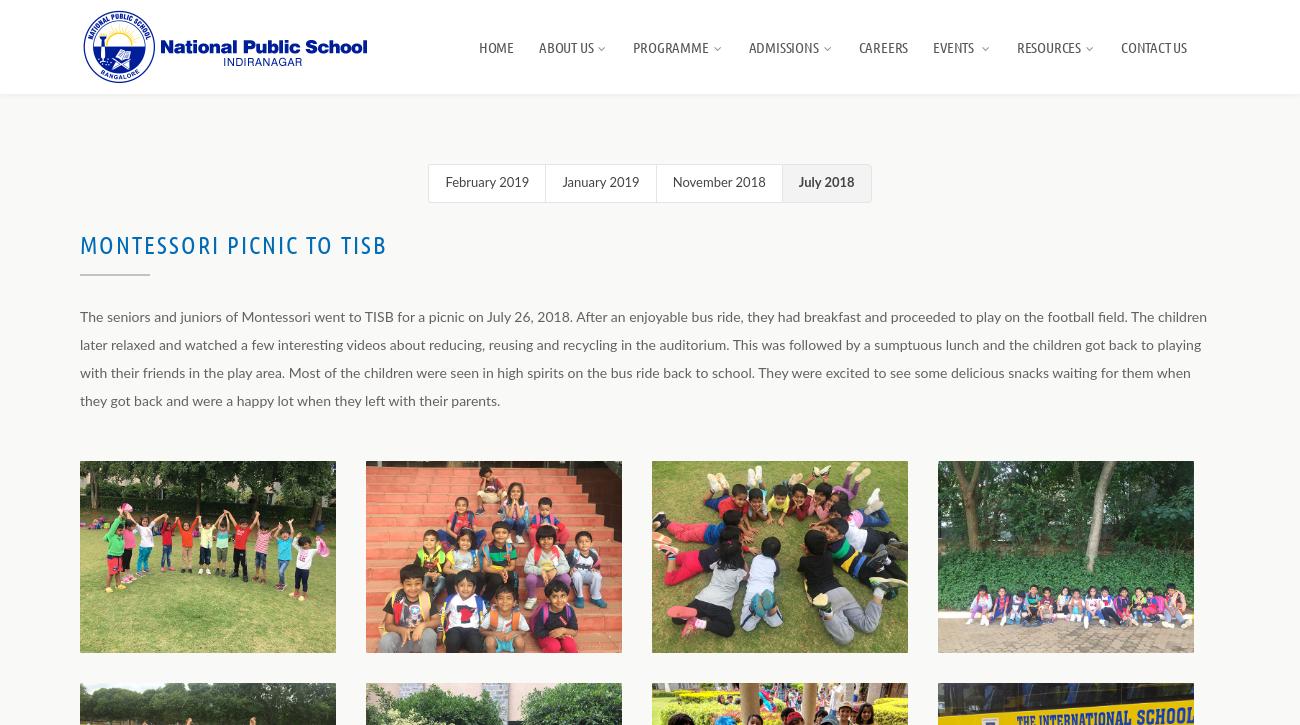 Image resolution: width=1300 pixels, height=725 pixels. What do you see at coordinates (1119, 46) in the screenshot?
I see `'Contact Us'` at bounding box center [1119, 46].